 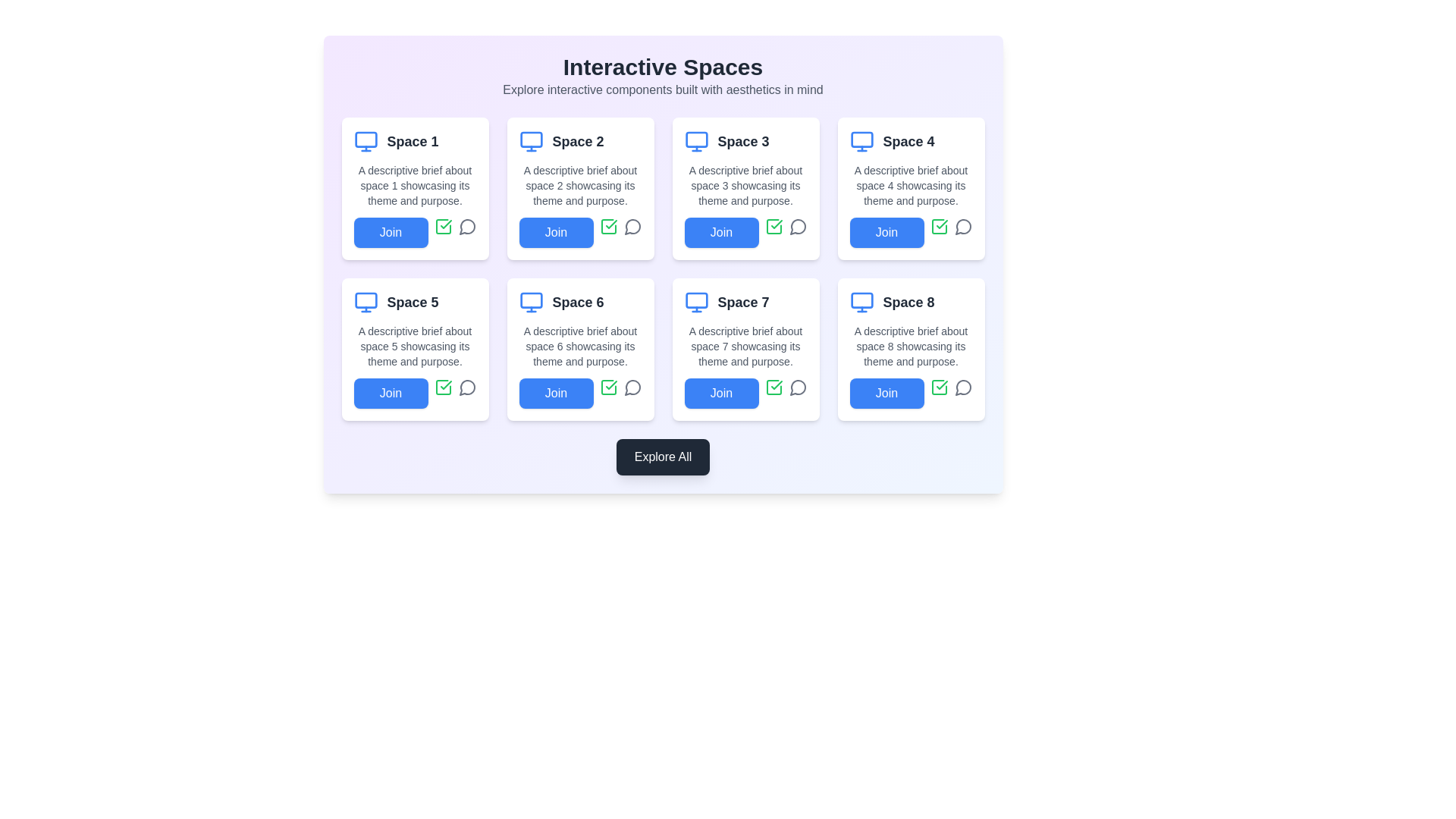 I want to click on the green check mark icon located on the 'Space 4' Card Component in the top-right corner of the grid under the 'Interactive Spaces' section, so click(x=910, y=188).